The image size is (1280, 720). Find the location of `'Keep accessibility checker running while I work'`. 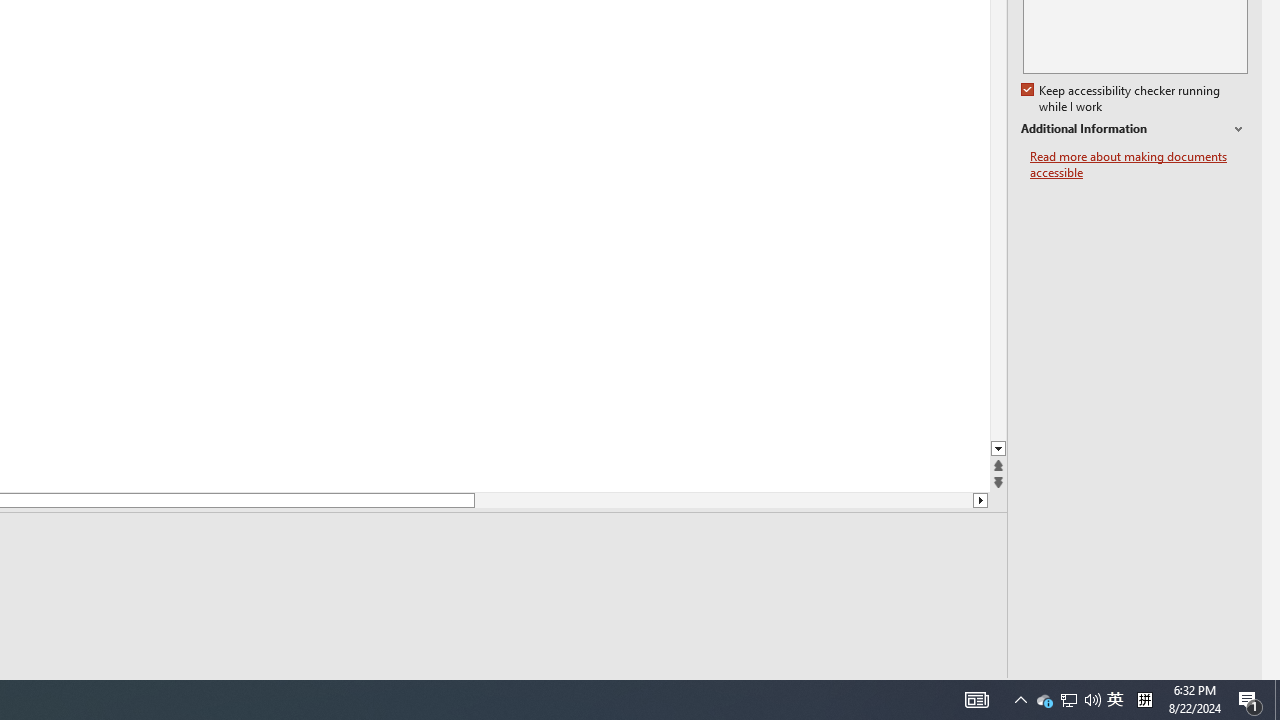

'Keep accessibility checker running while I work' is located at coordinates (1122, 99).